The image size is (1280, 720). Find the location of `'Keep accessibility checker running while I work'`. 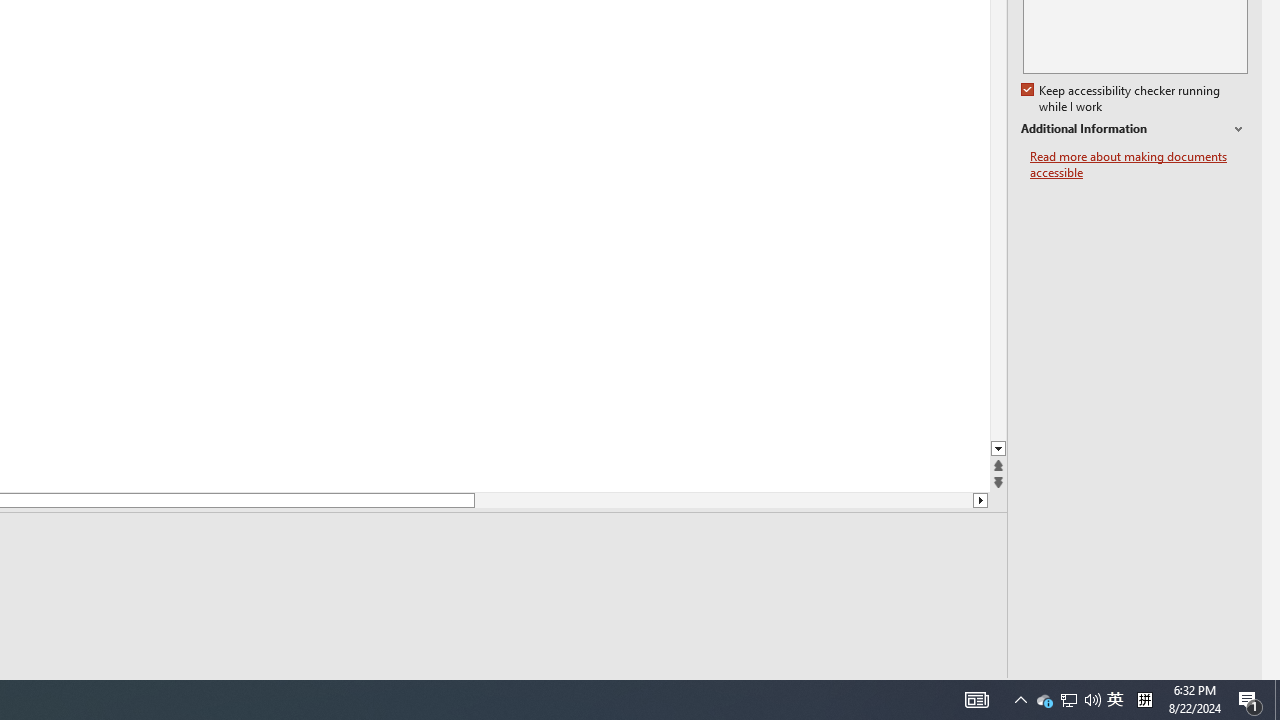

'Keep accessibility checker running while I work' is located at coordinates (1122, 99).